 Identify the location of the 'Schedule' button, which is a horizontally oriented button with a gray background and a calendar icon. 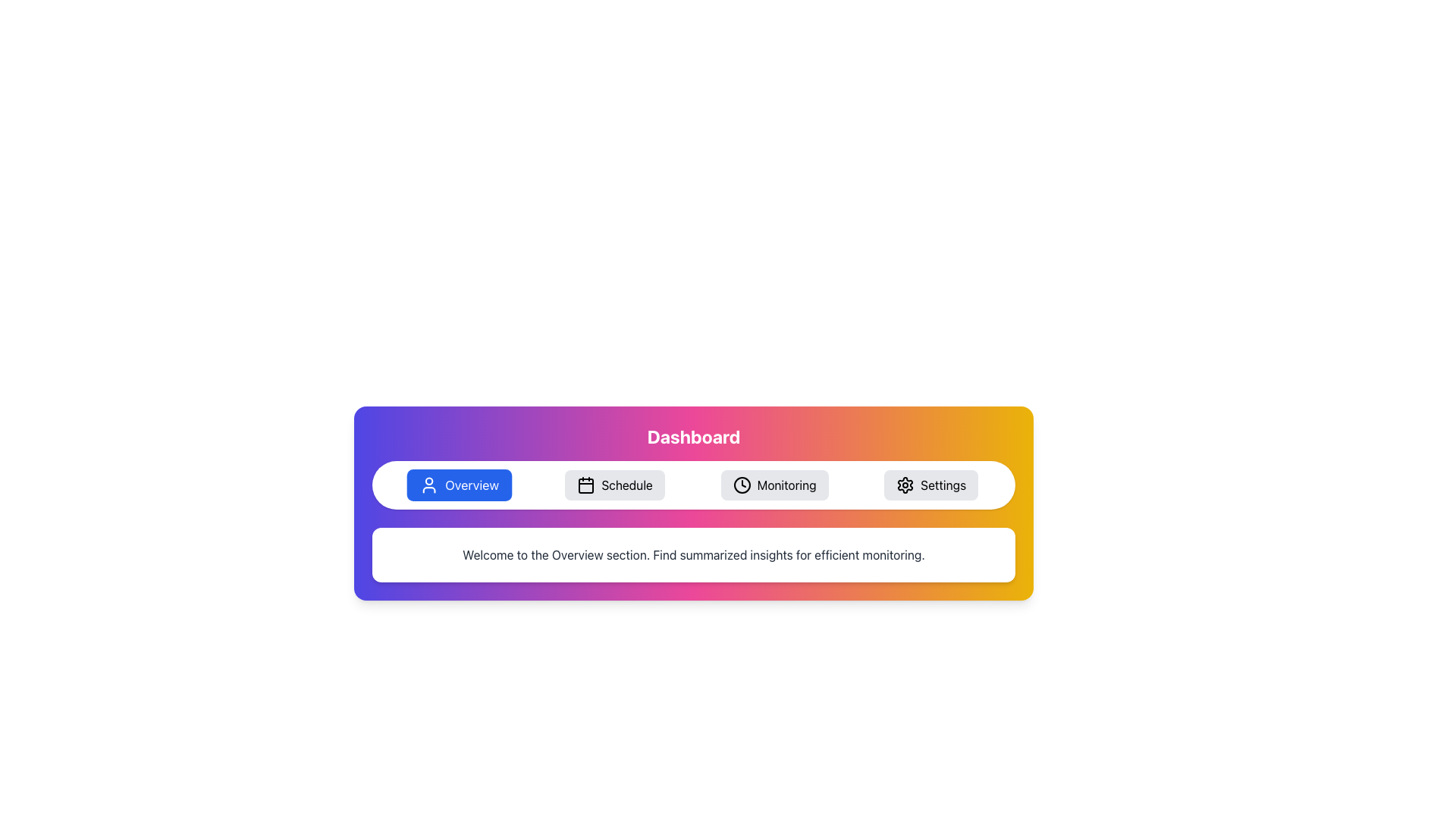
(615, 485).